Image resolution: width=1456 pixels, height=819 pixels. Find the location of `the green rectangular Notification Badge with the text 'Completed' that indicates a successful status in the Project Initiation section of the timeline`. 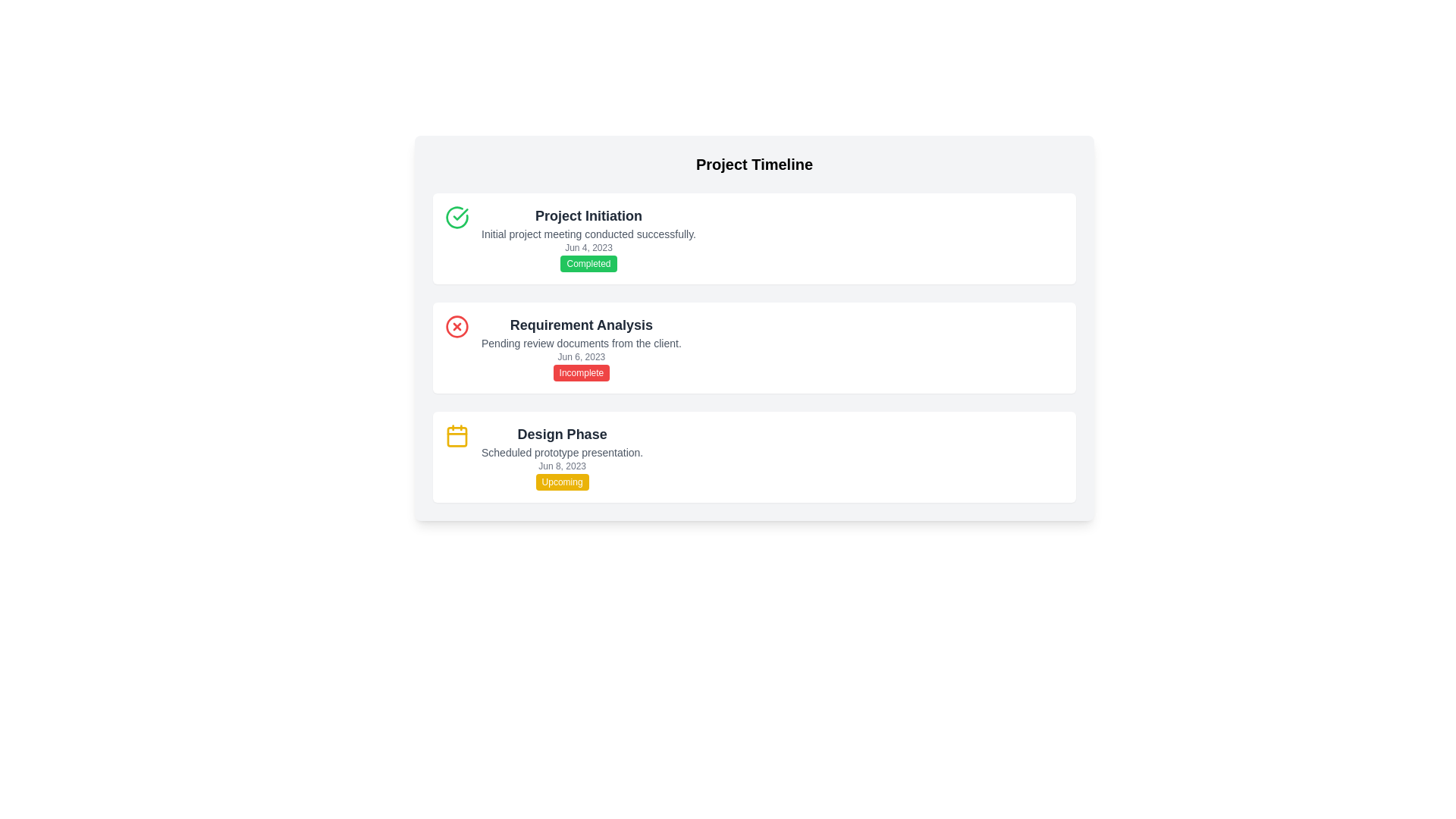

the green rectangular Notification Badge with the text 'Completed' that indicates a successful status in the Project Initiation section of the timeline is located at coordinates (588, 262).